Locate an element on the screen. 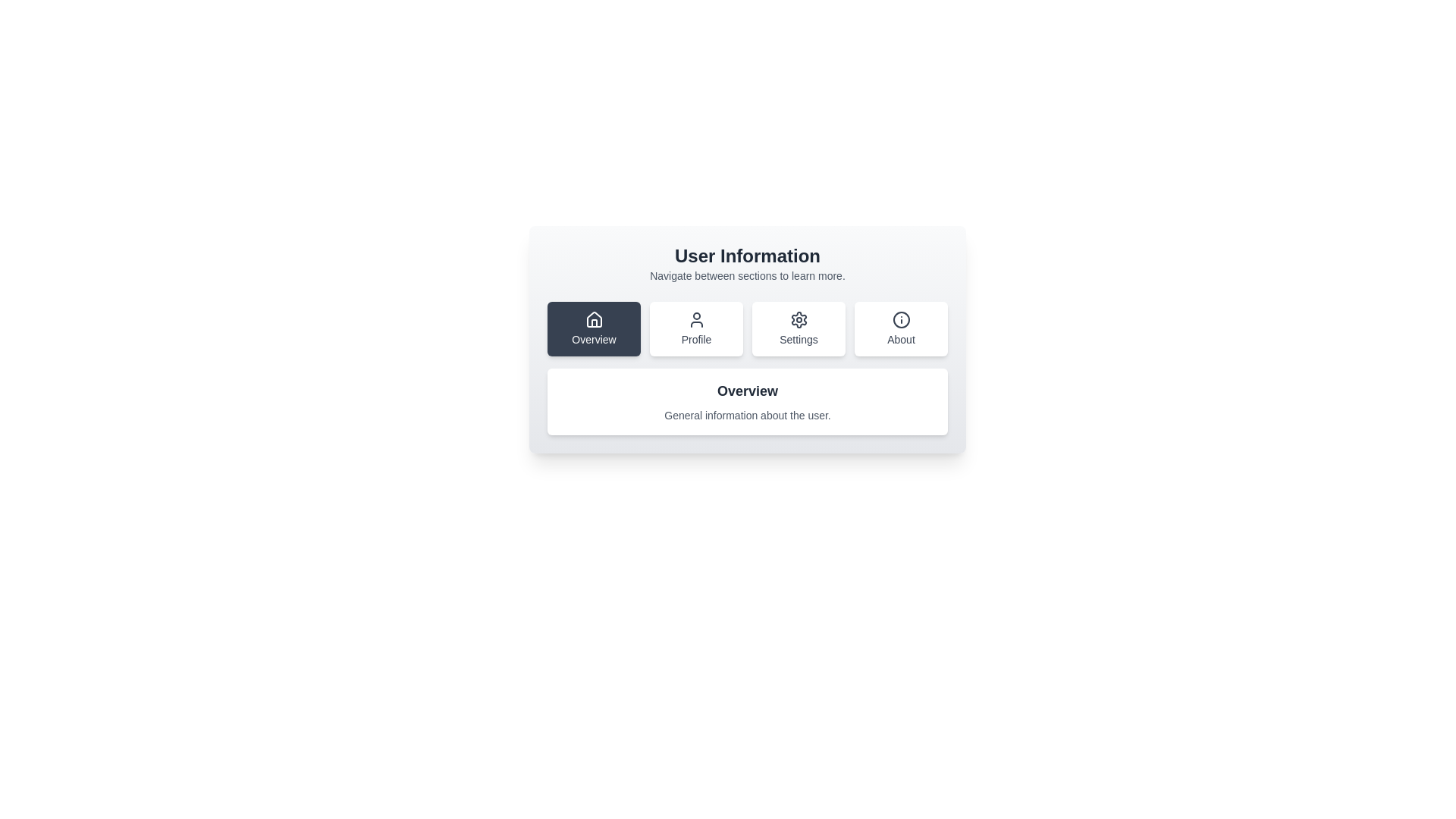  the navigation button located in the information panel is located at coordinates (747, 338).